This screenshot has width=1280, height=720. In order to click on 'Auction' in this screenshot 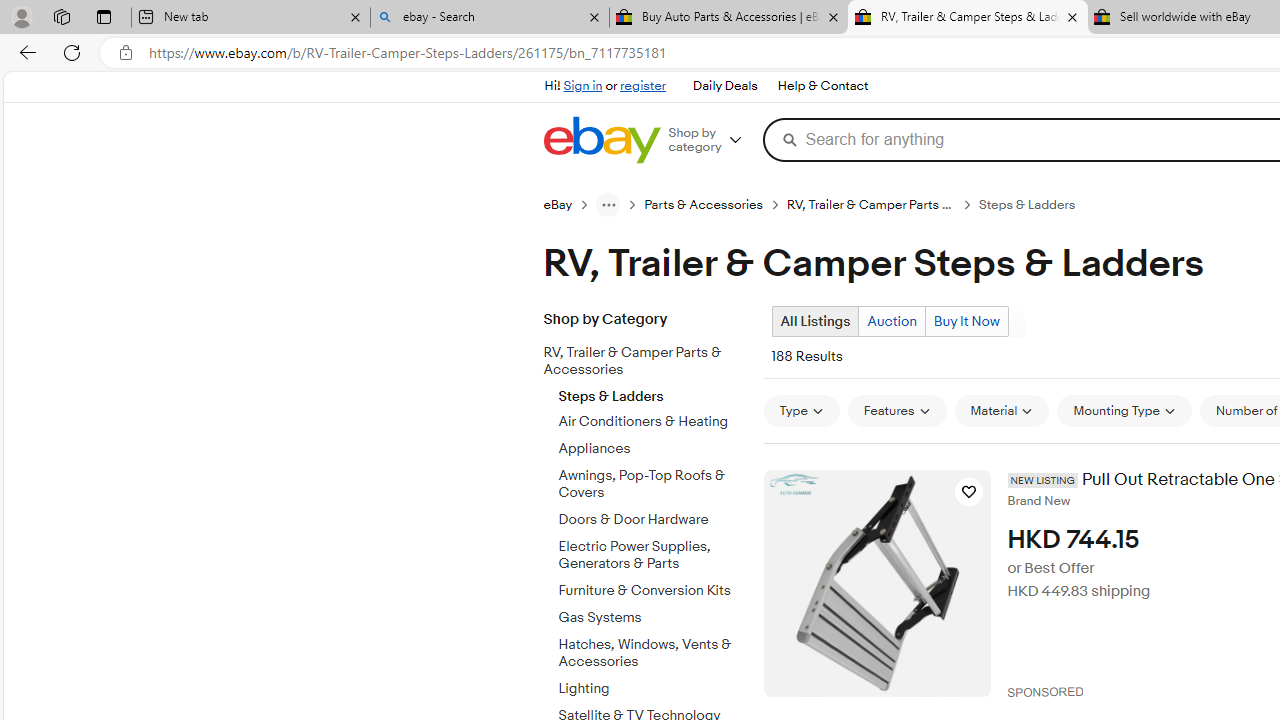, I will do `click(890, 320)`.